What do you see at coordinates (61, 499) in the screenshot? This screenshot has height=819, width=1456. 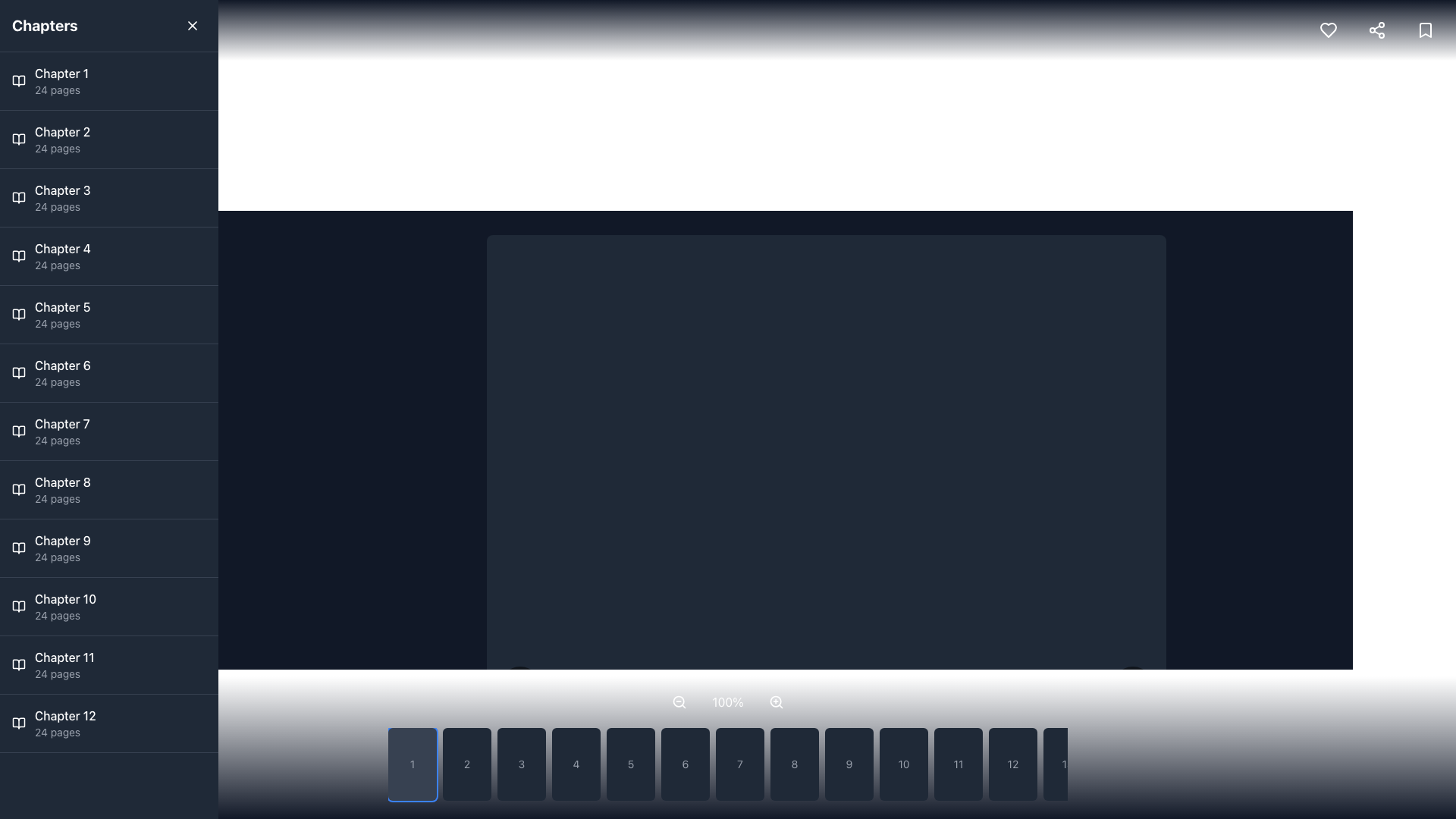 I see `the Text label that indicates the number of pages in Chapter 8, located in the left panel under the 'Chapter 8' item` at bounding box center [61, 499].